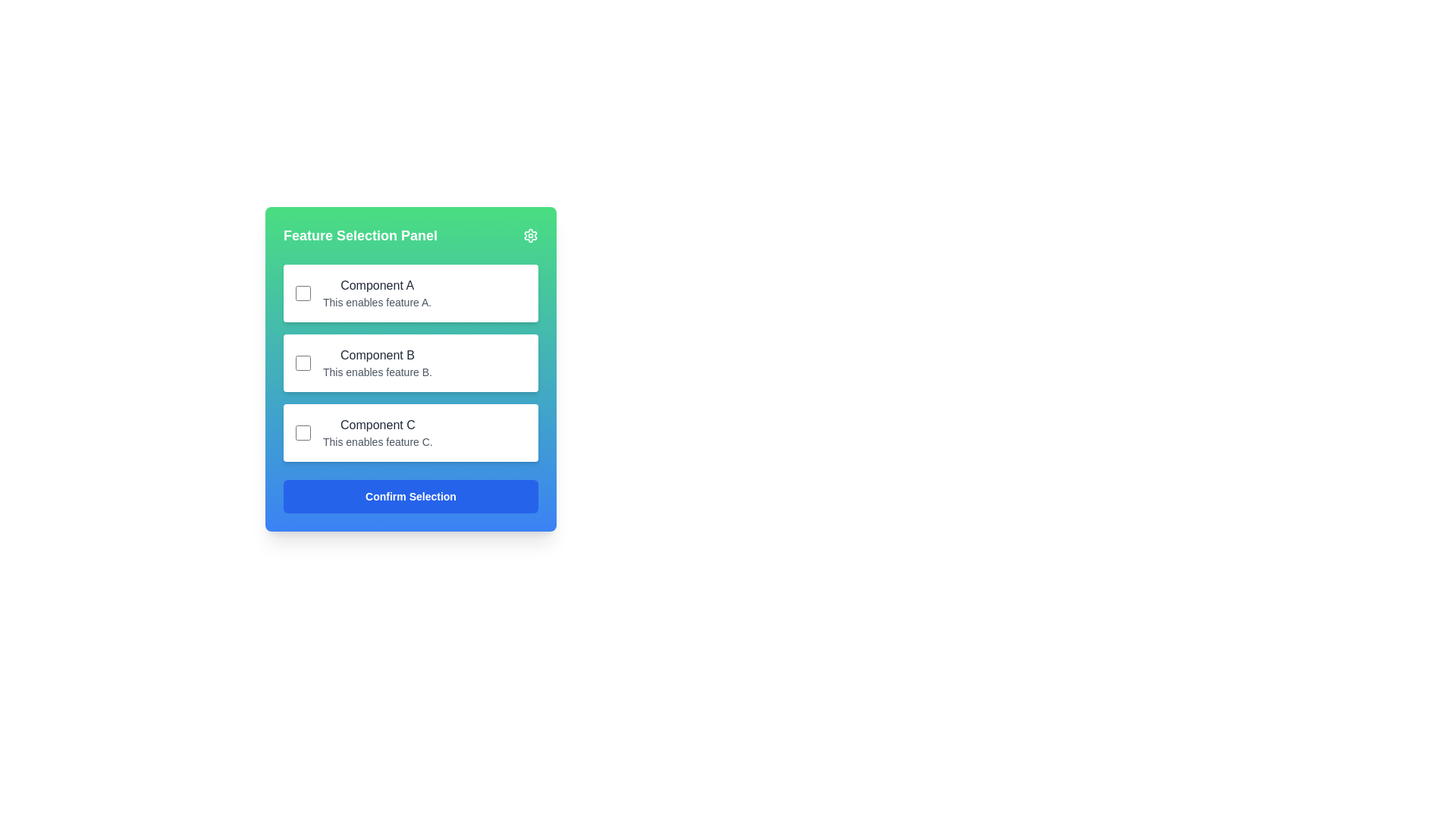 Image resolution: width=1456 pixels, height=819 pixels. I want to click on the checkbox located at the leftmost side of the 'Component C' row, which is adjacent to the text 'Component C' and 'This enables feature C.', so click(303, 432).